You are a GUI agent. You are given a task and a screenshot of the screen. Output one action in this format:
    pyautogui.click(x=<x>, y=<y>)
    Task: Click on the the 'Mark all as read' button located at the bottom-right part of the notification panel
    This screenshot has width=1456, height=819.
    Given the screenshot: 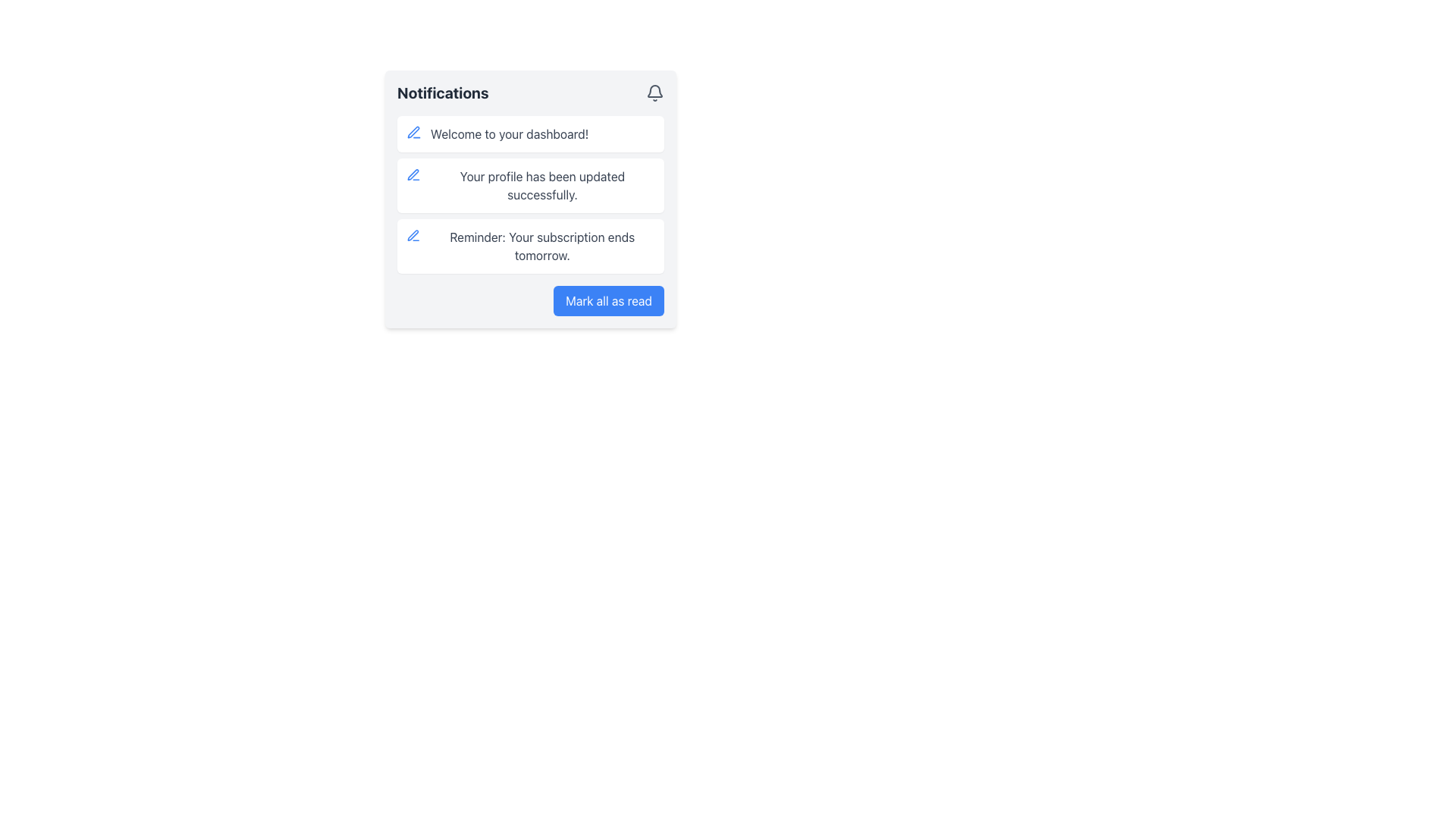 What is the action you would take?
    pyautogui.click(x=609, y=301)
    